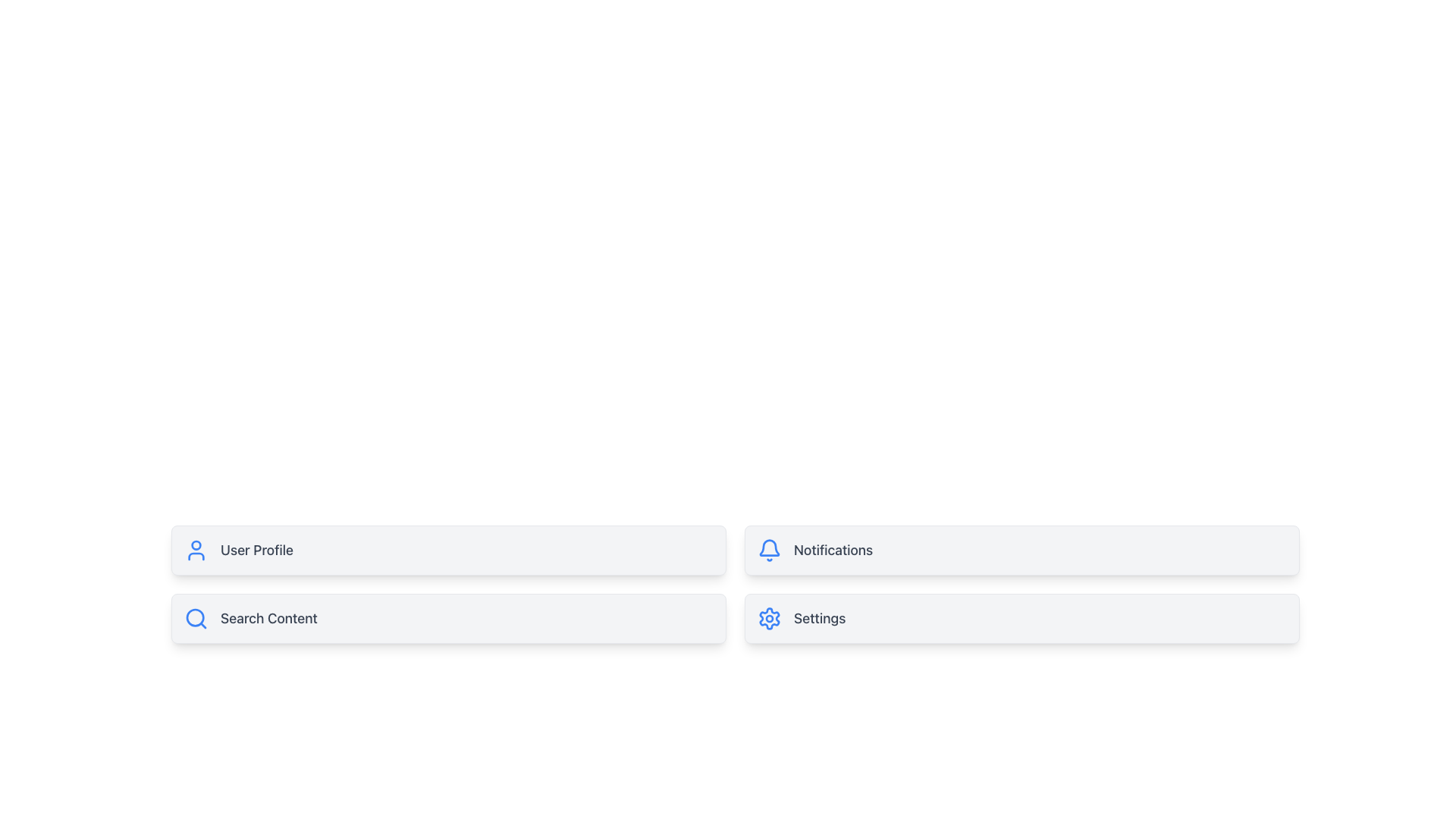 The image size is (1456, 819). I want to click on the 'User Profile' icon located to the far left of the horizontal group containing the text labeled 'User Profile', so click(196, 550).